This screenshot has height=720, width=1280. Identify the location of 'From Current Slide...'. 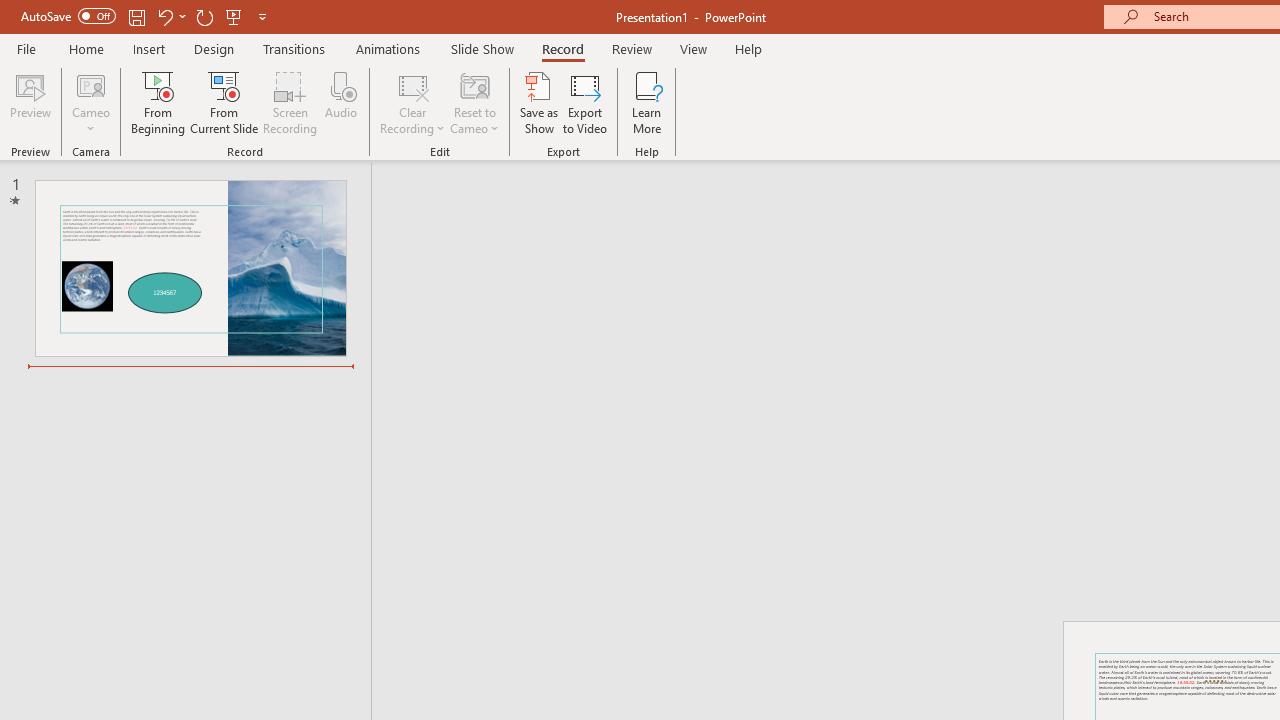
(224, 103).